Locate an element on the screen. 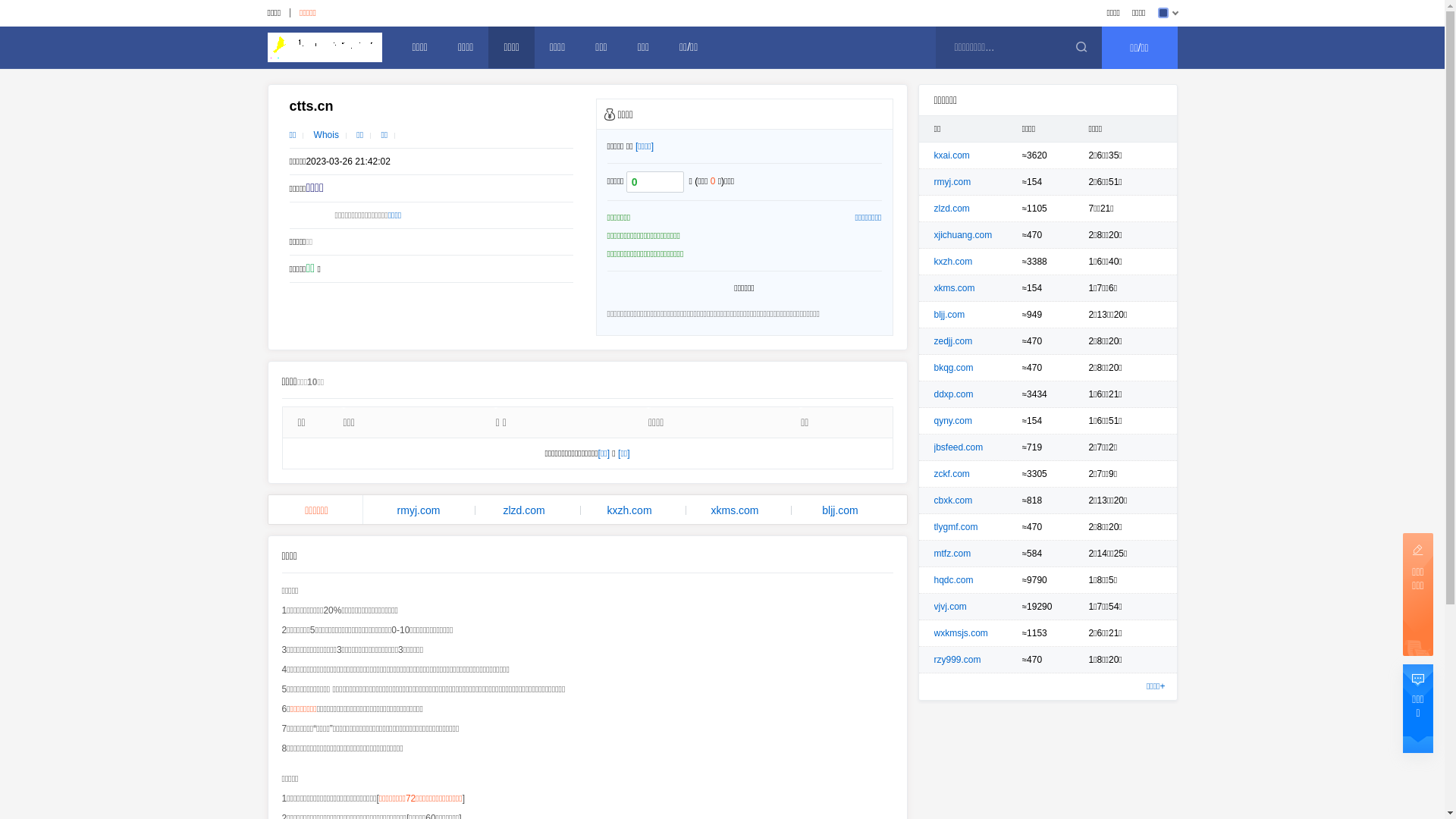  'Whois' is located at coordinates (325, 133).